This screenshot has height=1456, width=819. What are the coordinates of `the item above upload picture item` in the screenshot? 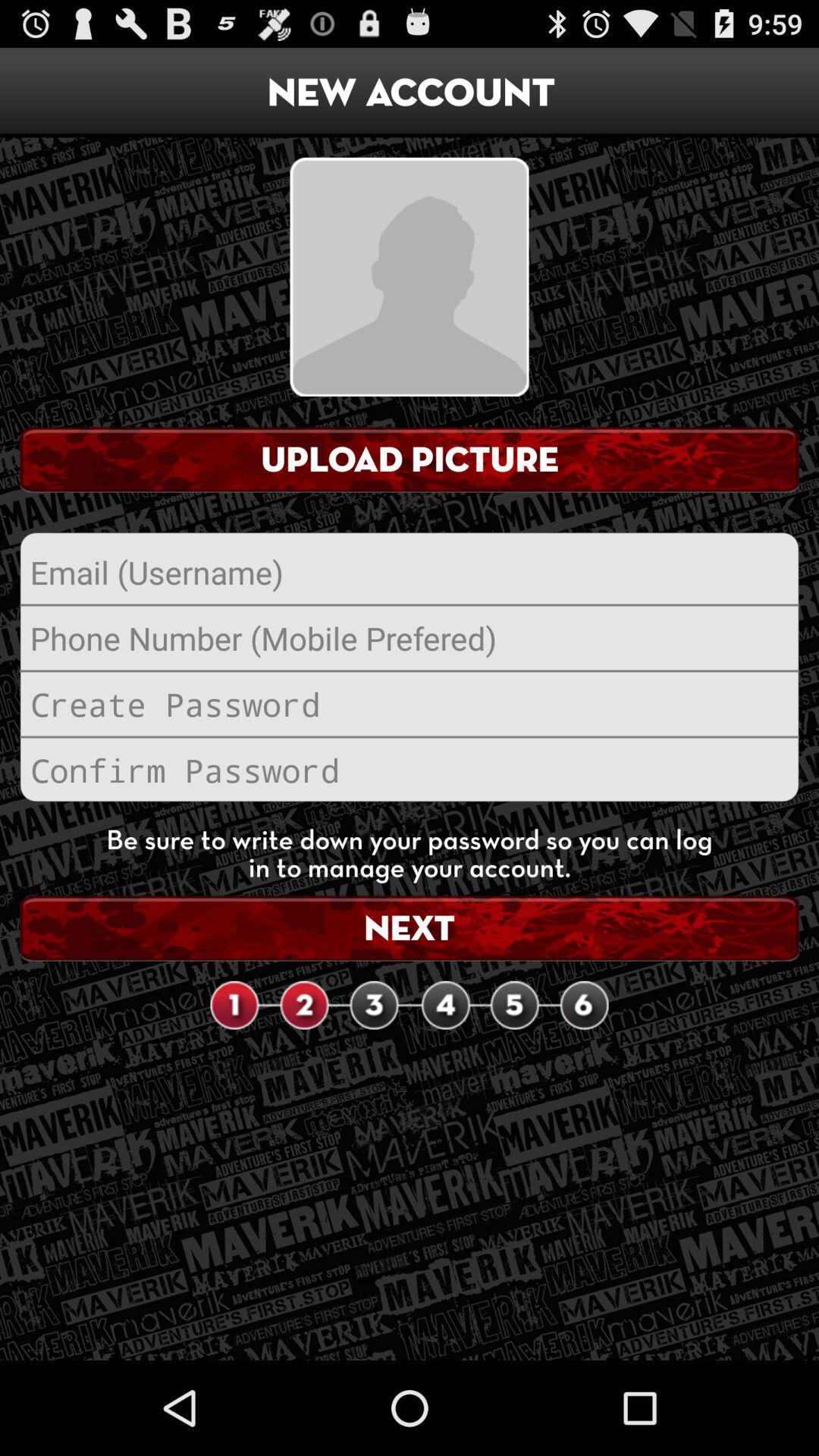 It's located at (409, 277).